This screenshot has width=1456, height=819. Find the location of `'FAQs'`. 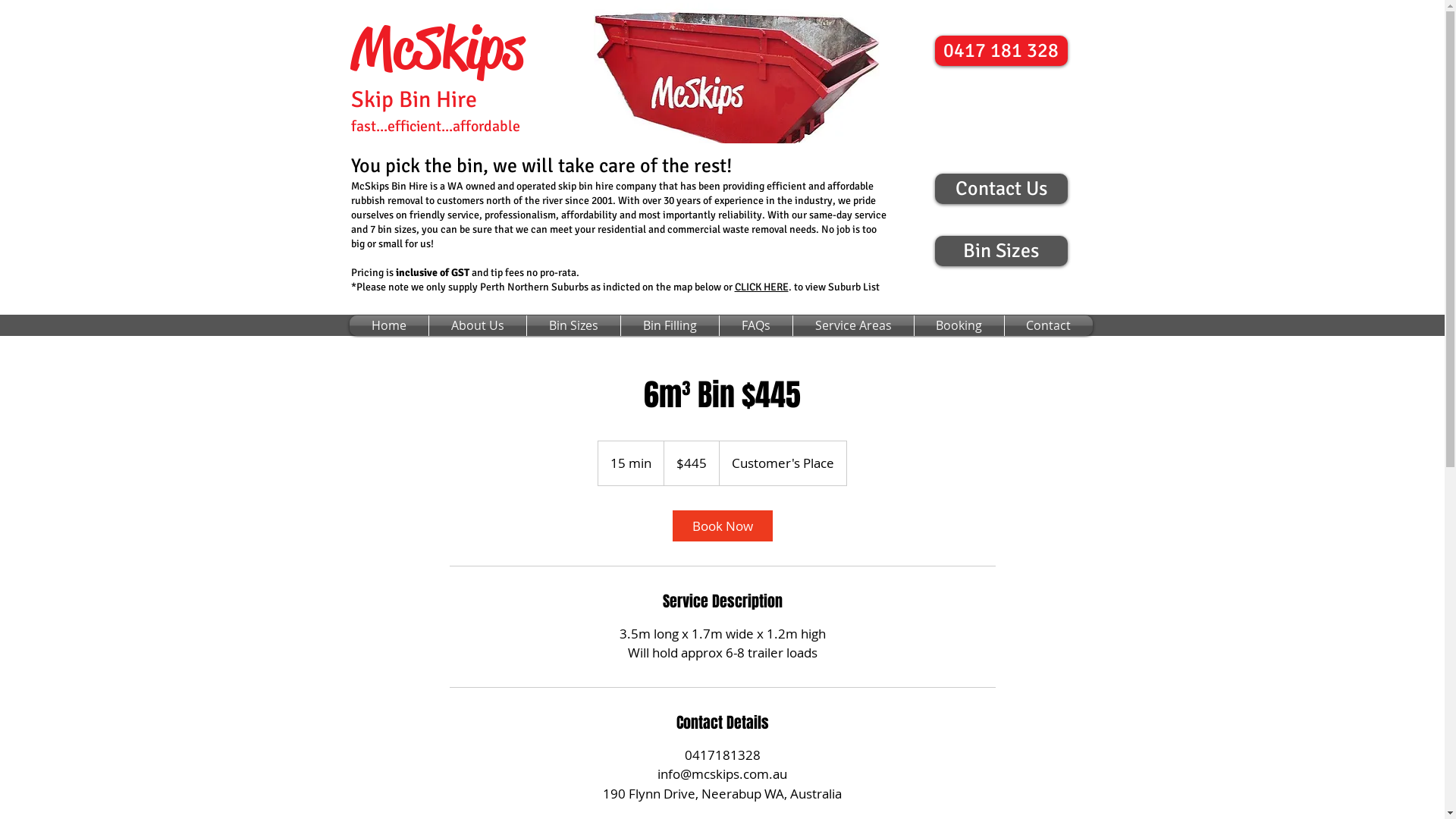

'FAQs' is located at coordinates (755, 325).